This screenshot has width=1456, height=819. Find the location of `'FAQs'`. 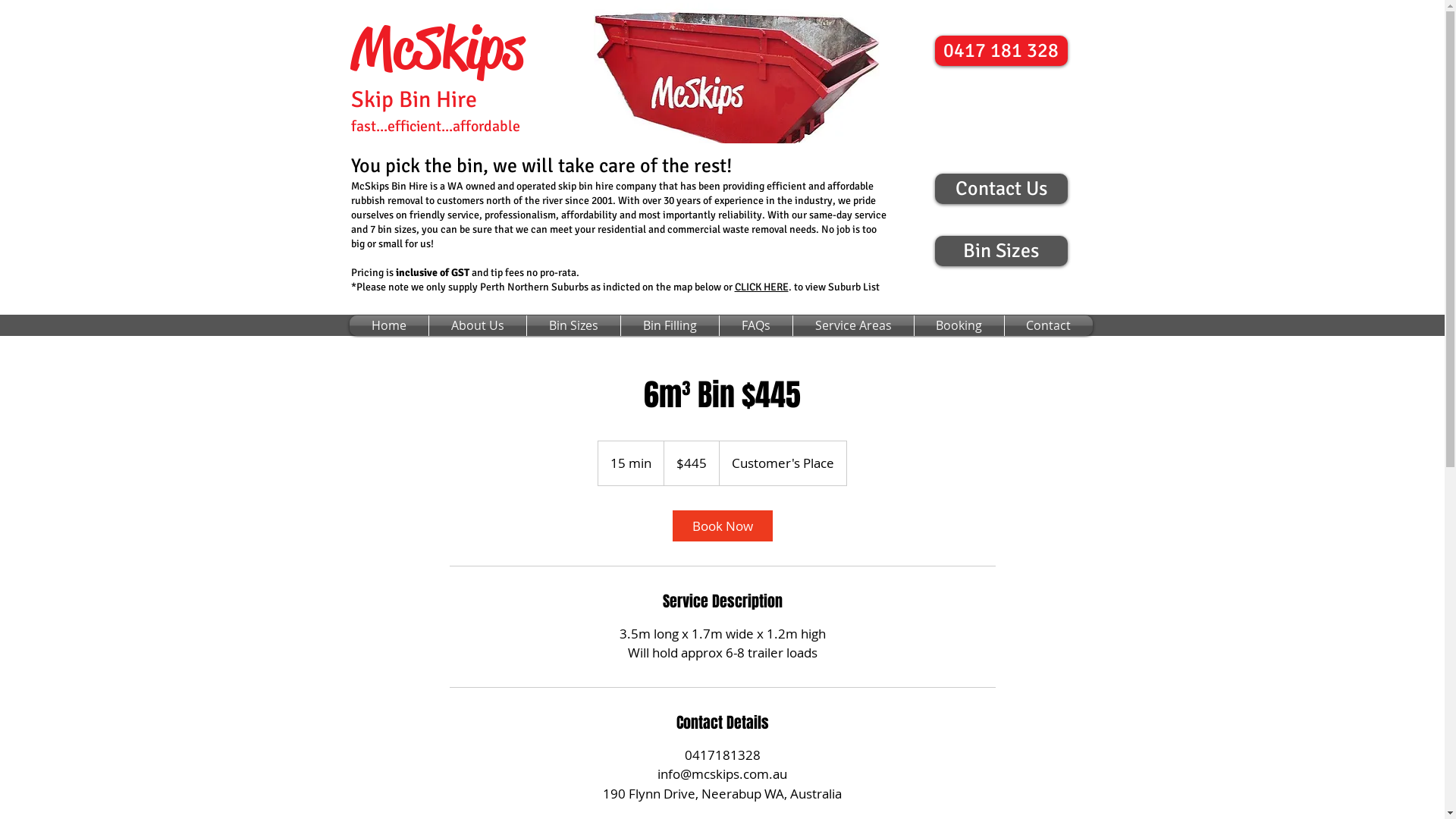

'FAQs' is located at coordinates (755, 325).